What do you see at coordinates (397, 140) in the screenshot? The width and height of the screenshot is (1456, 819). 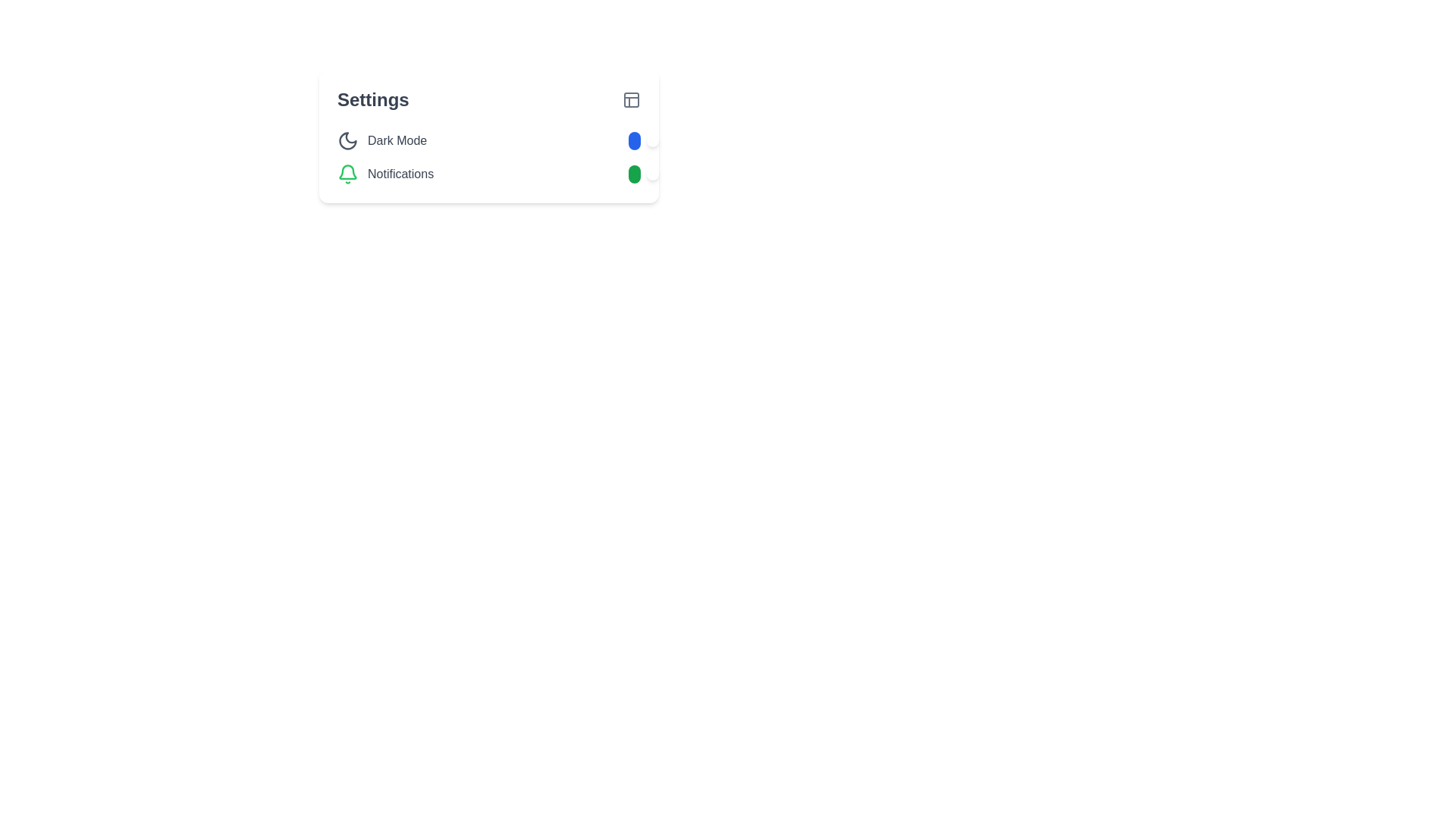 I see `text label that reads 'Dark Mode', which is styled with medium gray font weight and positioned above the 'Notifications' label in the settings card` at bounding box center [397, 140].